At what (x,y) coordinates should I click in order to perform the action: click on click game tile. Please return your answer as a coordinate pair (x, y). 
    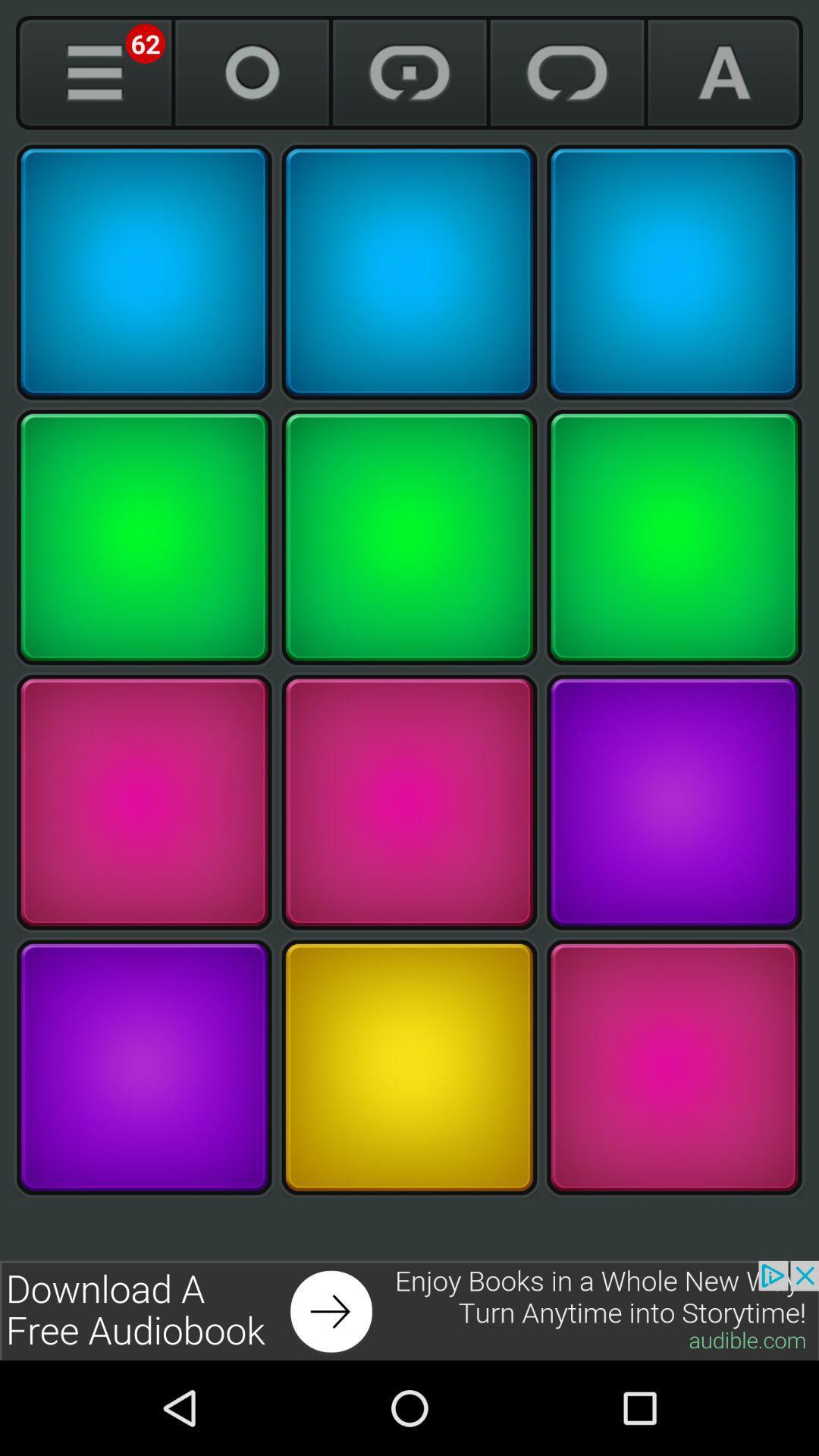
    Looking at the image, I should click on (409, 1066).